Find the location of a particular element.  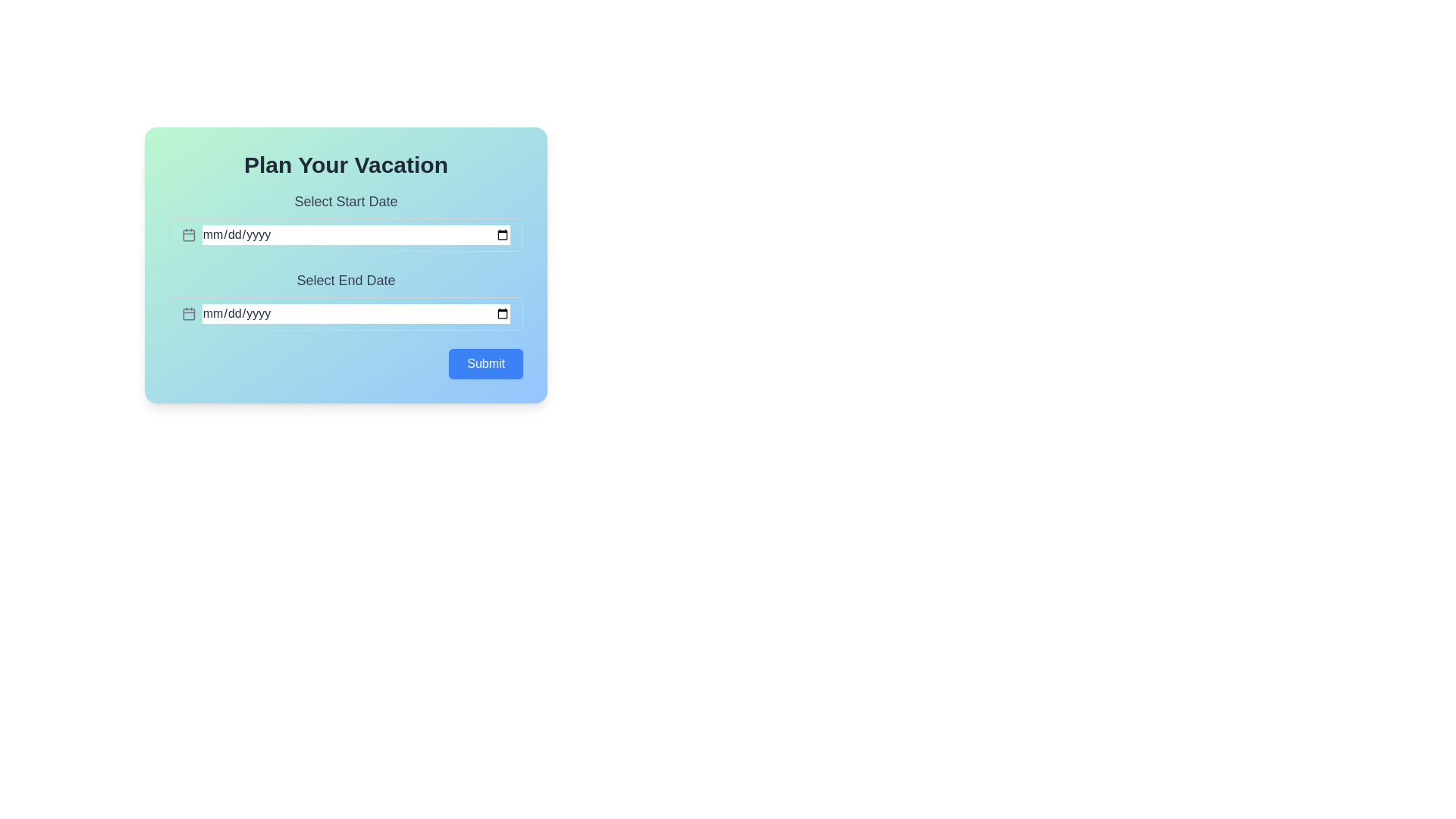

the text label that indicates the function for selecting an end date, positioned below the 'Select Start Date' label on the form interface is located at coordinates (345, 281).